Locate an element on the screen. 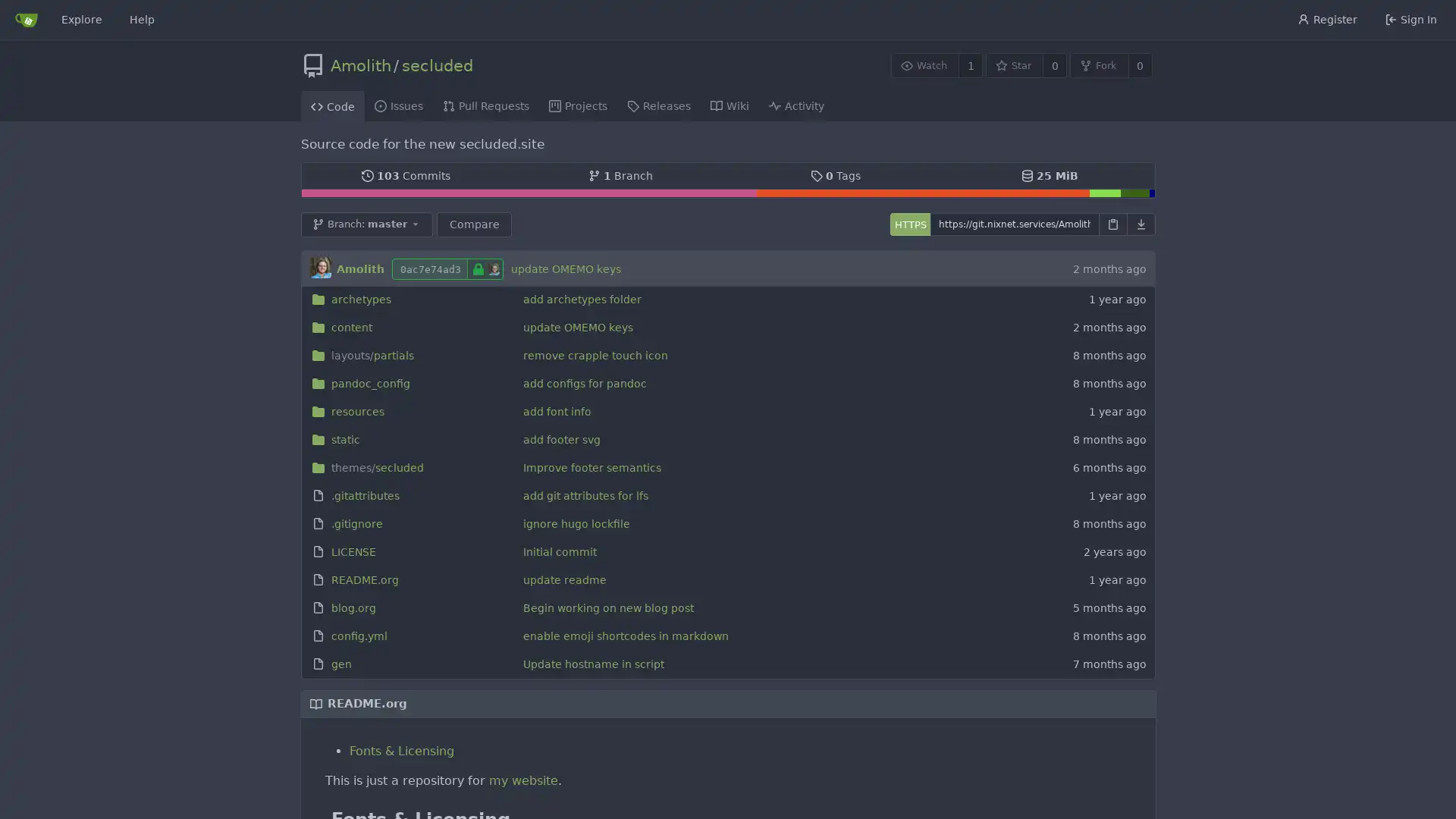  Star is located at coordinates (1014, 64).